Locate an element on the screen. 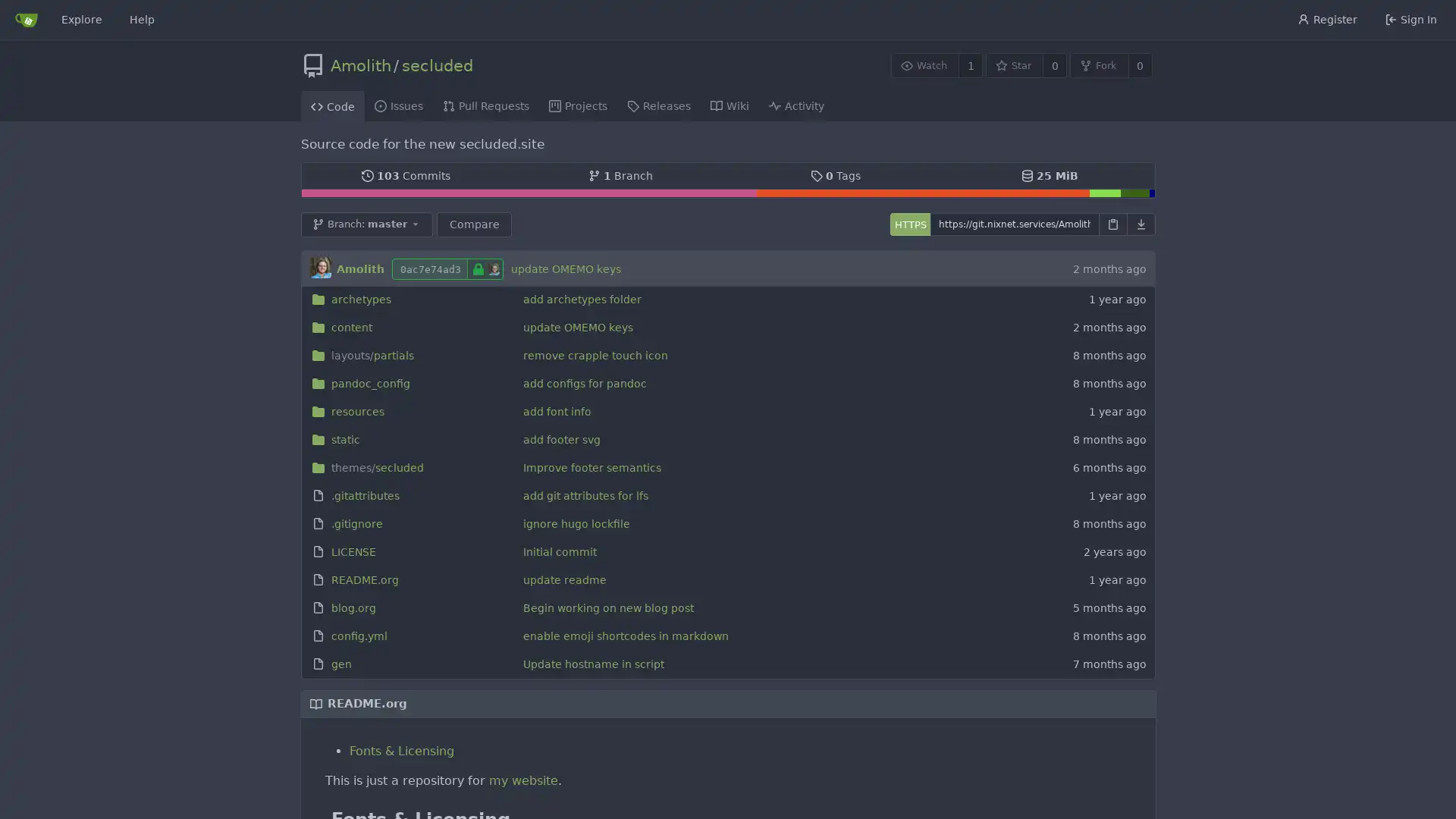  Star is located at coordinates (1014, 64).